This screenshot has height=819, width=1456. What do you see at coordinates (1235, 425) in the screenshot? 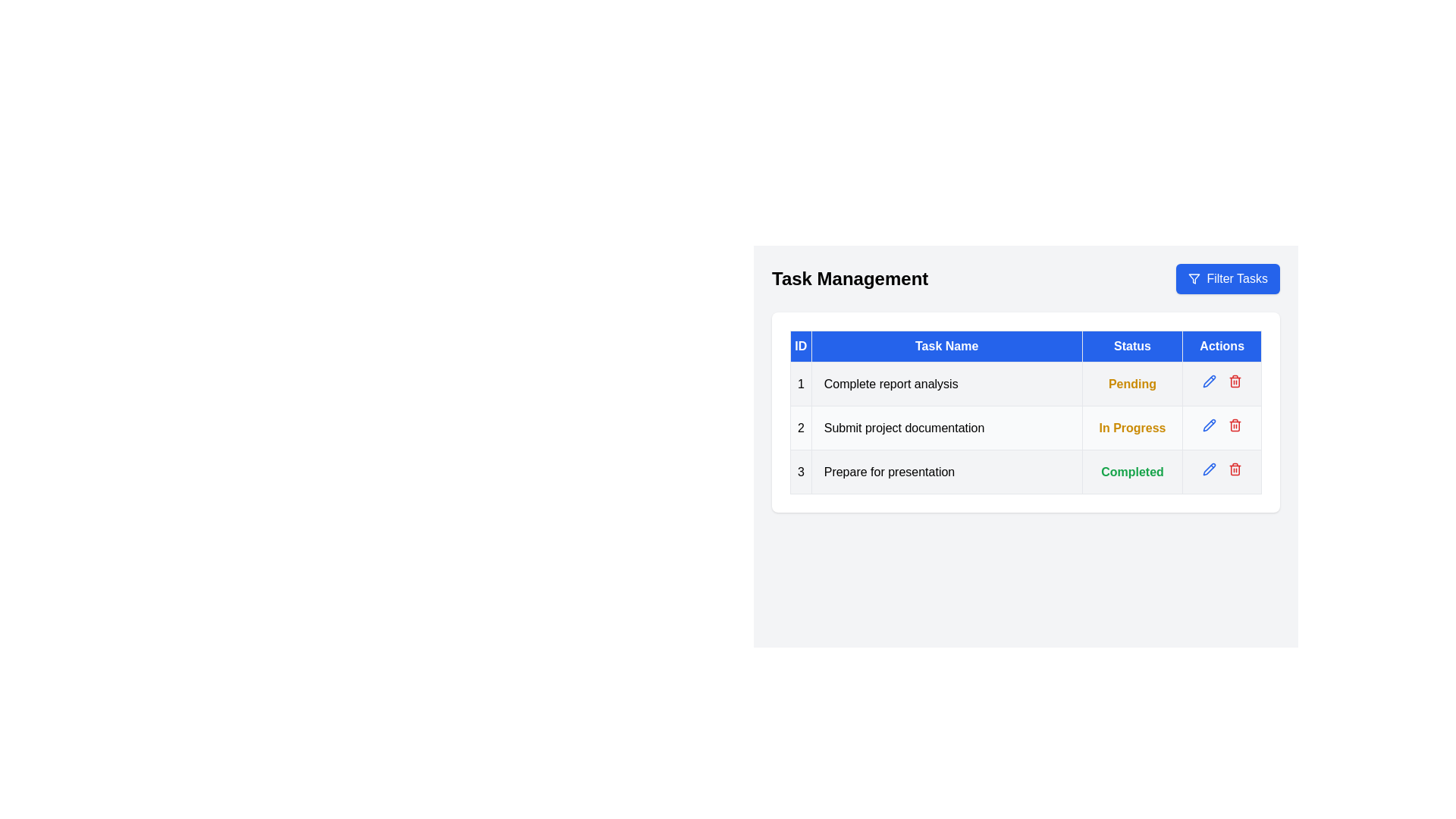
I see `trash can icon next to the task with ID 2` at bounding box center [1235, 425].